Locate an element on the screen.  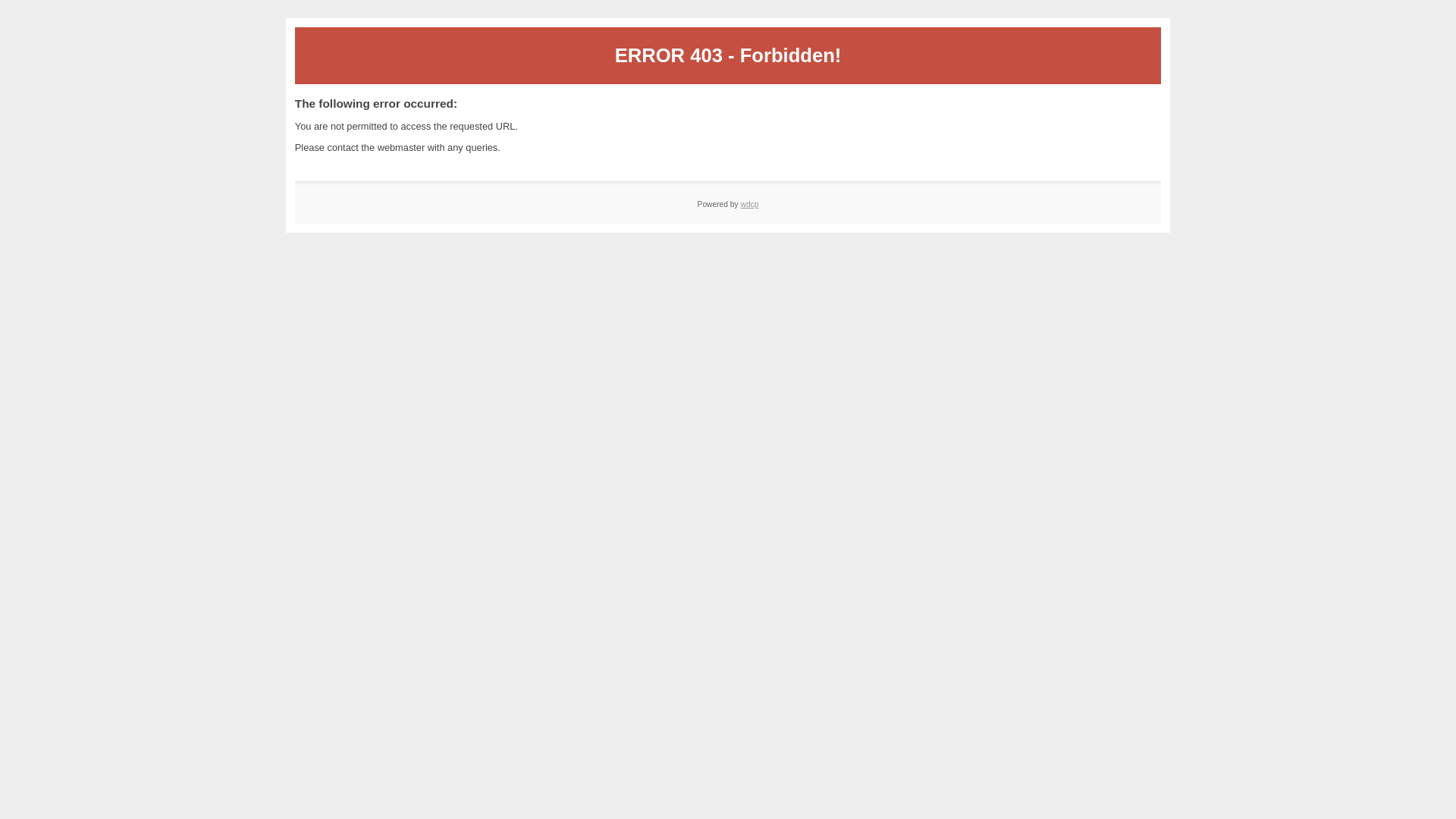
'wdcp' is located at coordinates (749, 203).